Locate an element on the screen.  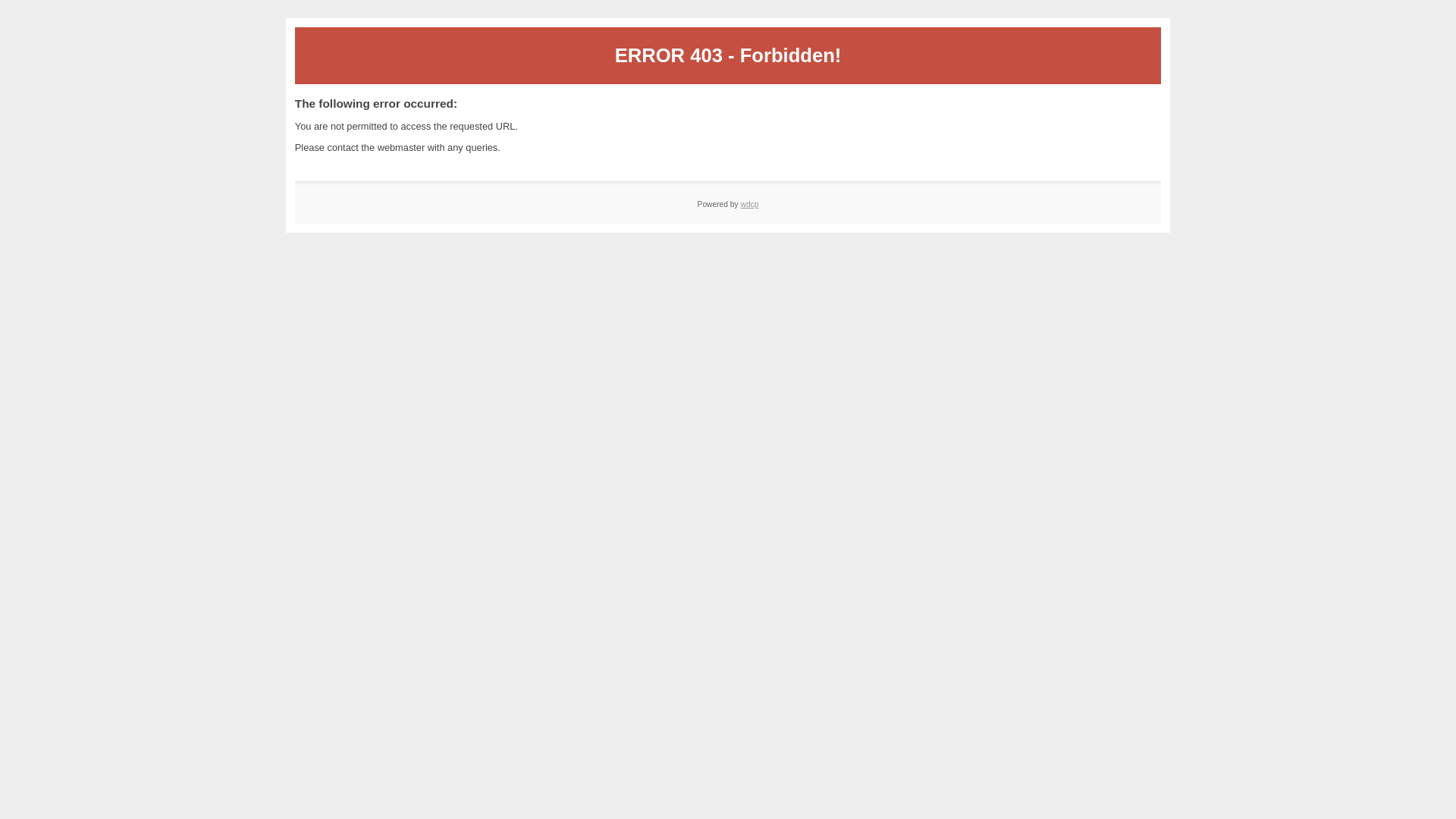
'wdcp' is located at coordinates (749, 203).